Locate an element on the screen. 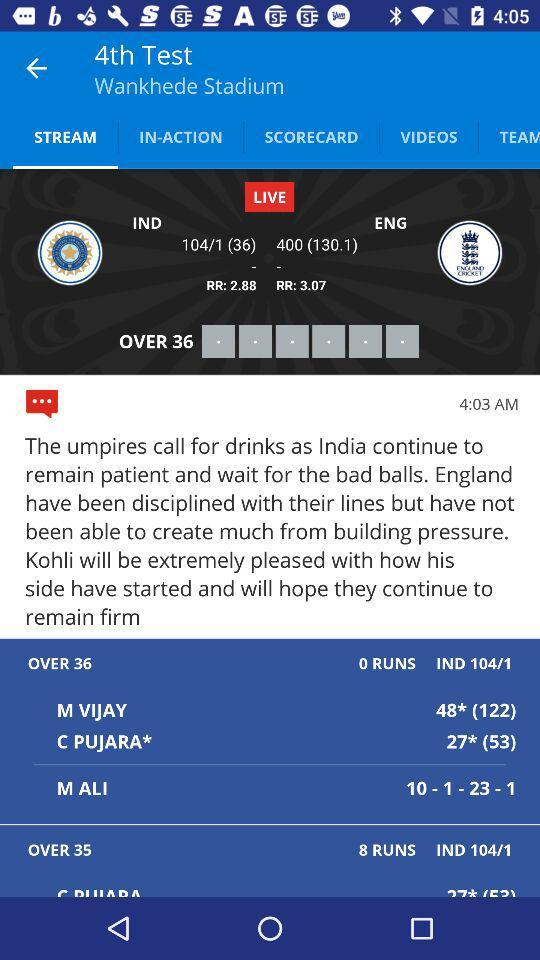  the item to the right of the videos icon is located at coordinates (509, 135).